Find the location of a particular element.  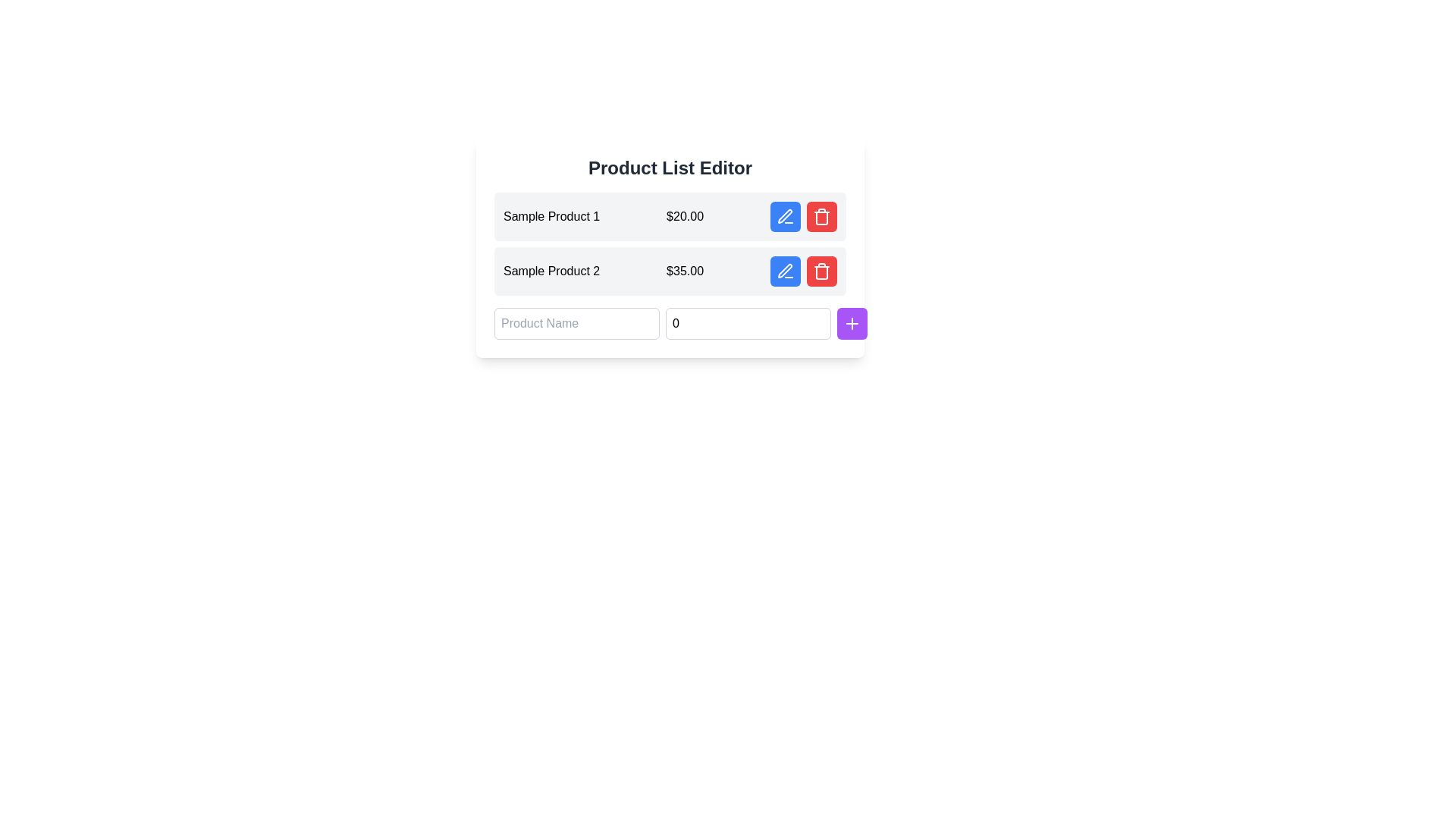

the edit button located in the controls section of the second product row in the Product List Editor, positioned to the left of the red delete button is located at coordinates (786, 271).